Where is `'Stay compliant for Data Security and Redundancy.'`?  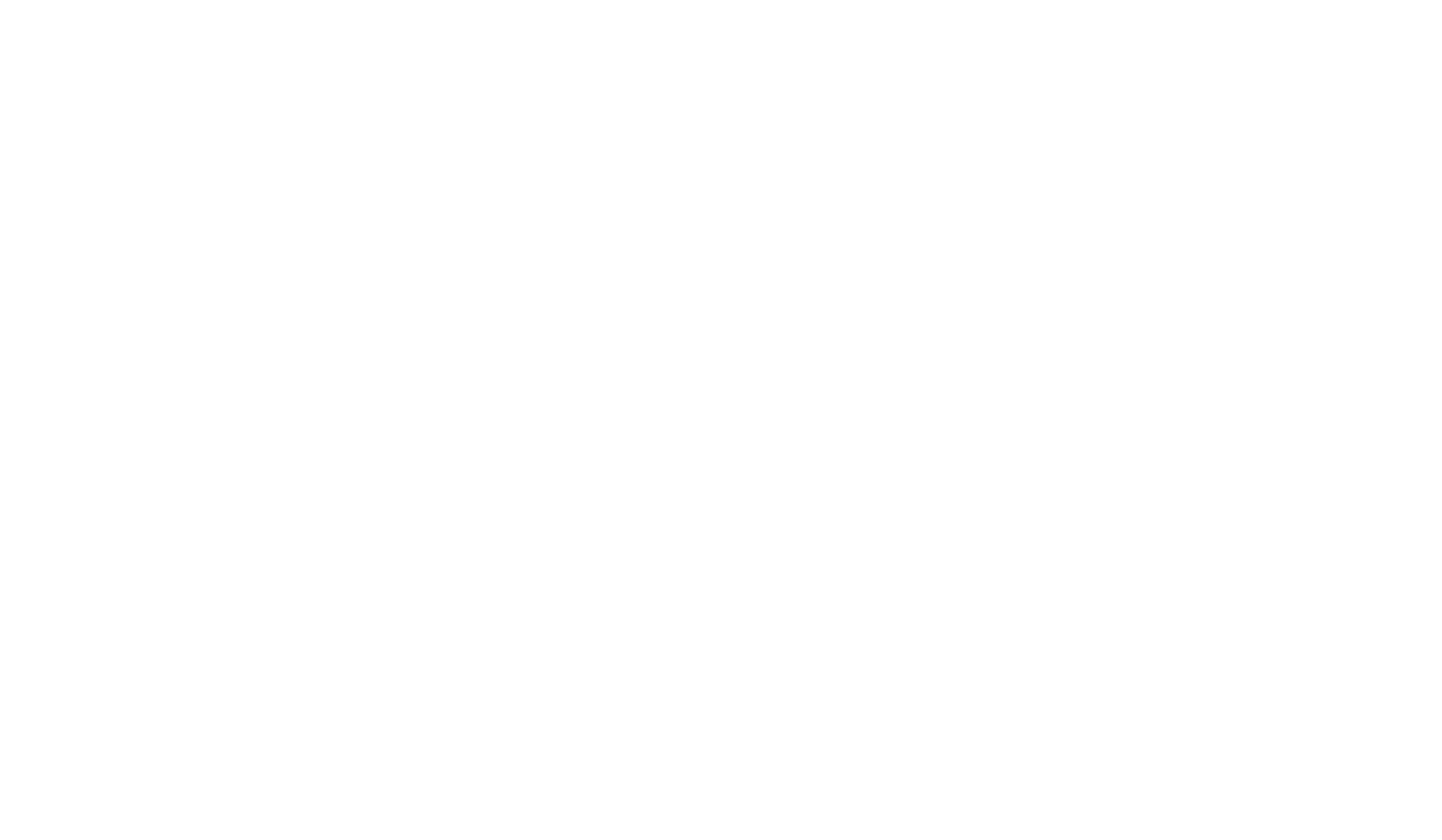 'Stay compliant for Data Security and Redundancy.' is located at coordinates (332, 399).